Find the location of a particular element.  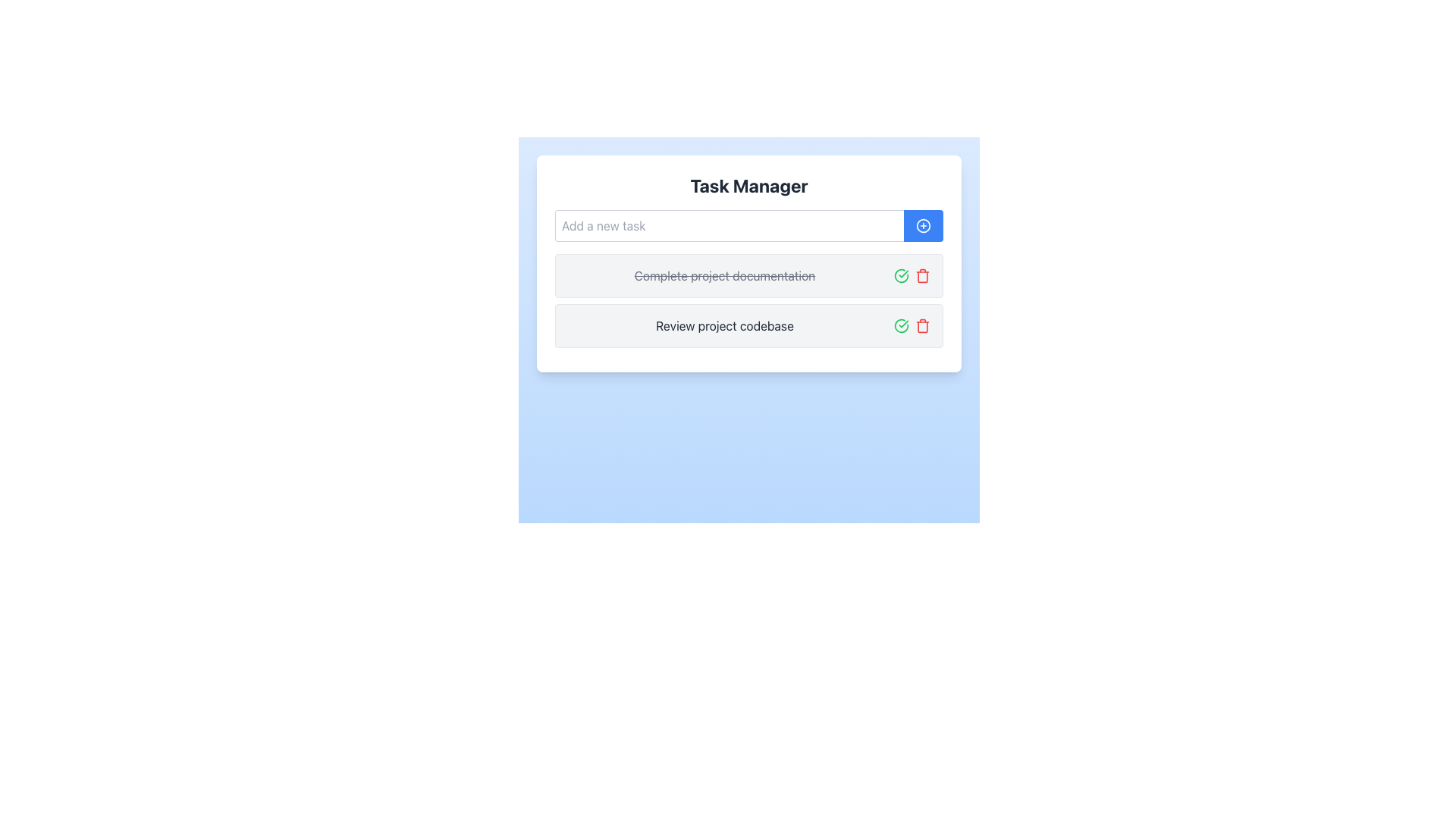

the red trashcan icon is located at coordinates (922, 325).